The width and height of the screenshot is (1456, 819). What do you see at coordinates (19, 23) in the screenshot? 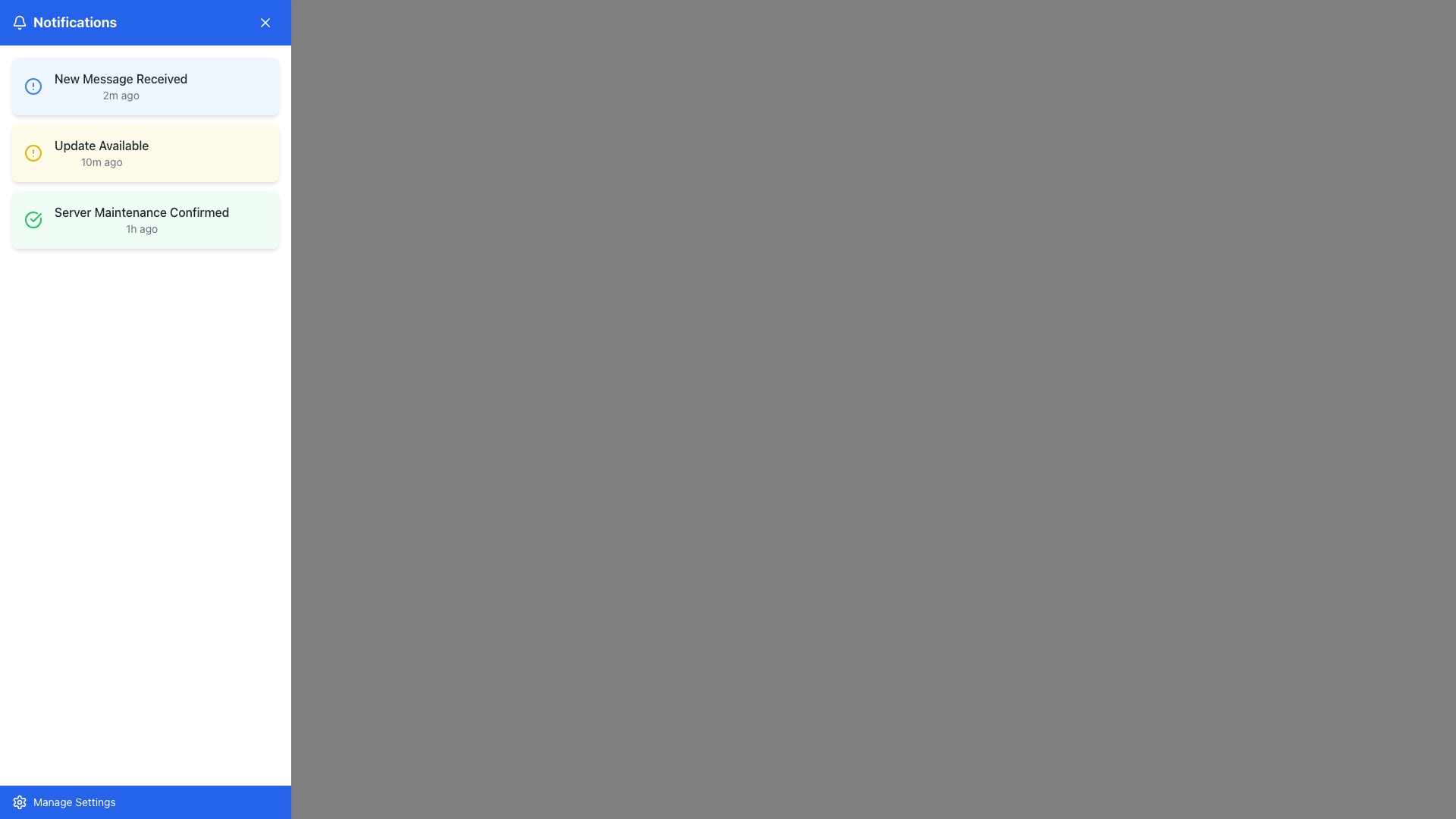
I see `the bell icon representing notifications, located to the left of the 'Notifications' text in the sidebar header` at bounding box center [19, 23].